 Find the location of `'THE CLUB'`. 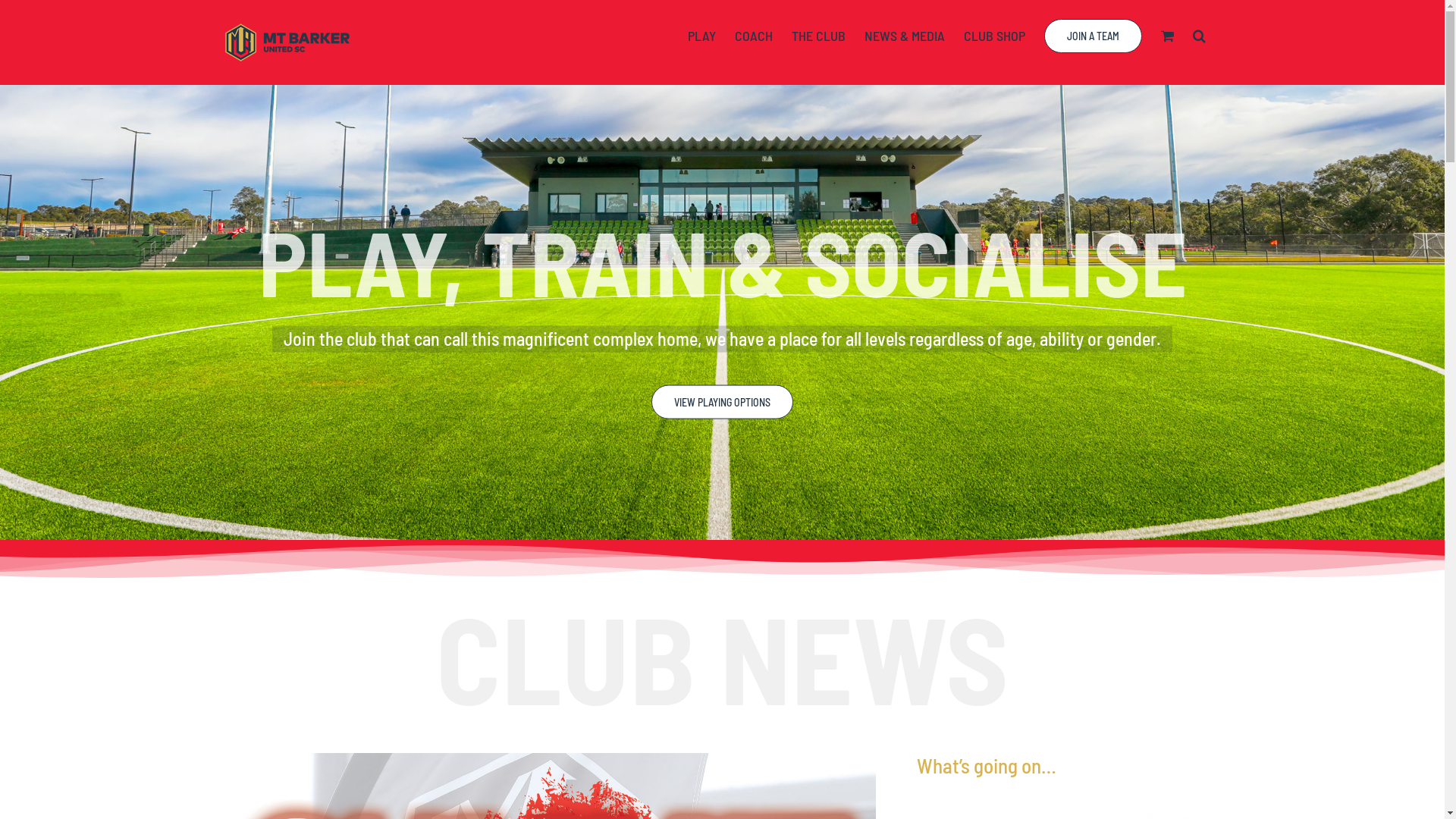

'THE CLUB' is located at coordinates (817, 34).